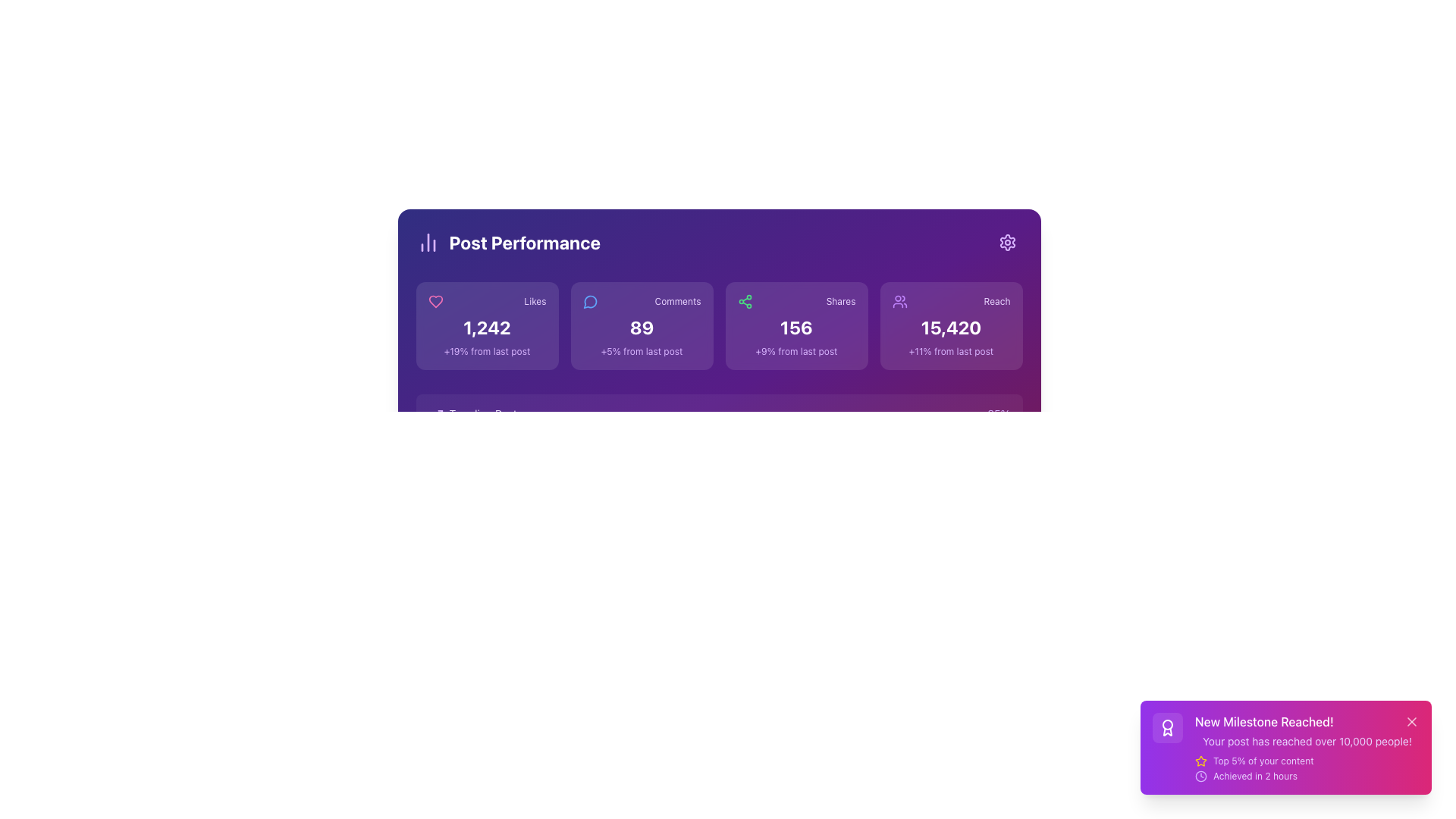 This screenshot has width=1456, height=819. What do you see at coordinates (1200, 761) in the screenshot?
I see `the star-shaped icon with a yellow outline, which is located to the left of the text 'Top 5% of your content' in the notification panel` at bounding box center [1200, 761].